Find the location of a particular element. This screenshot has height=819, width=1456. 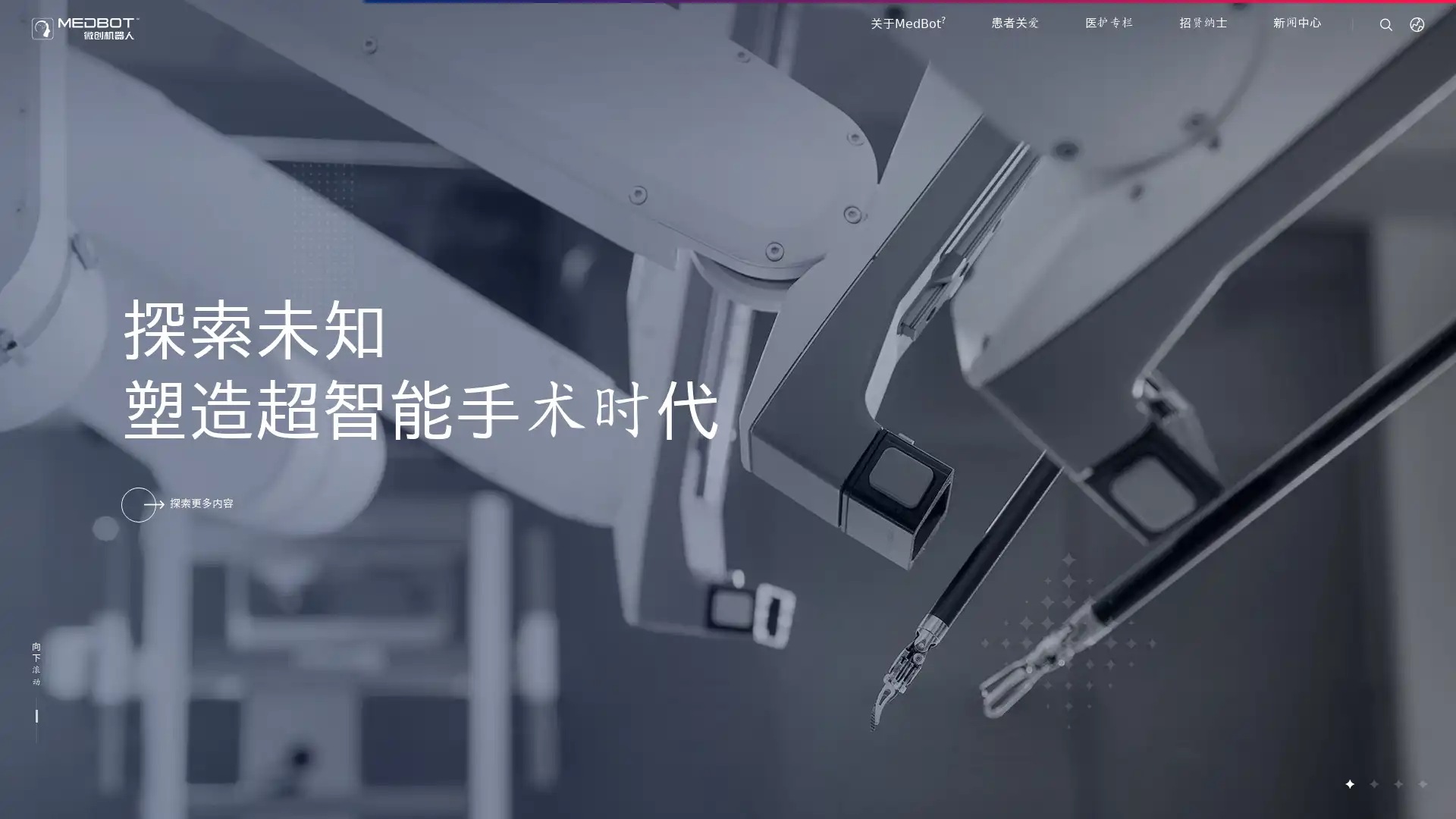

Go to slide 4 is located at coordinates (1421, 783).